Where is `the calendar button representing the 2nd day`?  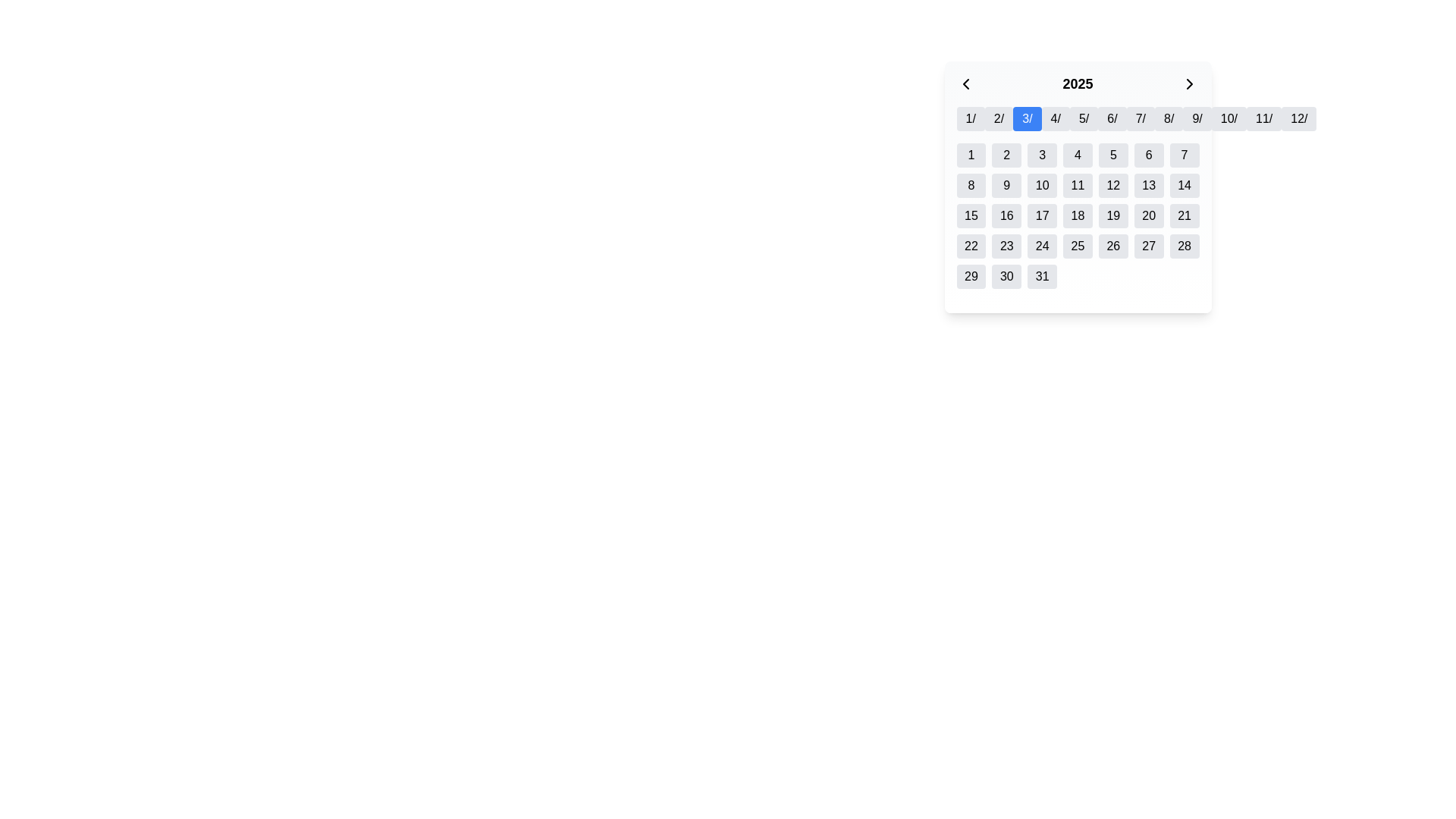 the calendar button representing the 2nd day is located at coordinates (1006, 155).